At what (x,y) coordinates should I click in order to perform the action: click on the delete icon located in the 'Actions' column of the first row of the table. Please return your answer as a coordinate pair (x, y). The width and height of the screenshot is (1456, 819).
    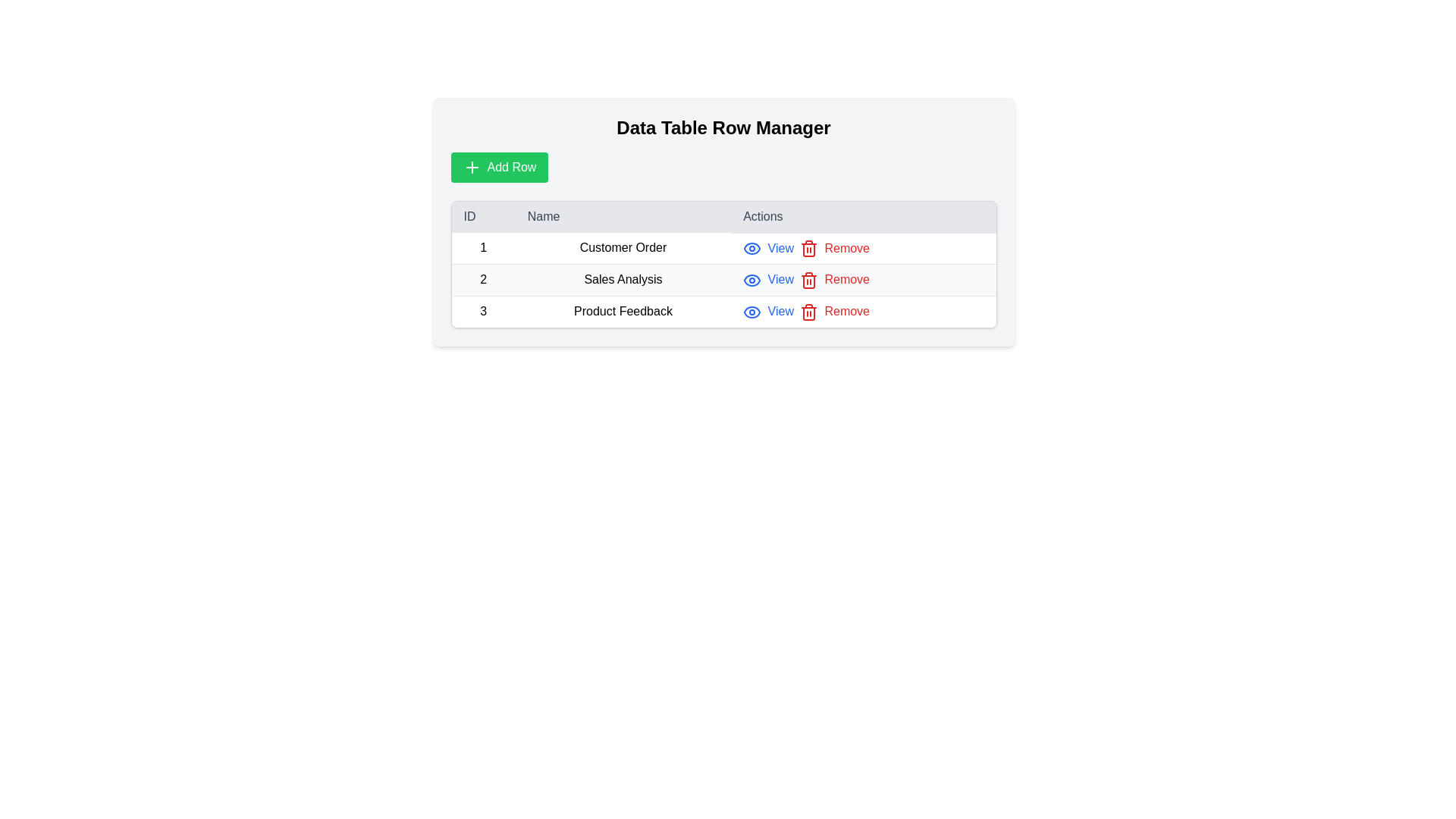
    Looking at the image, I should click on (808, 248).